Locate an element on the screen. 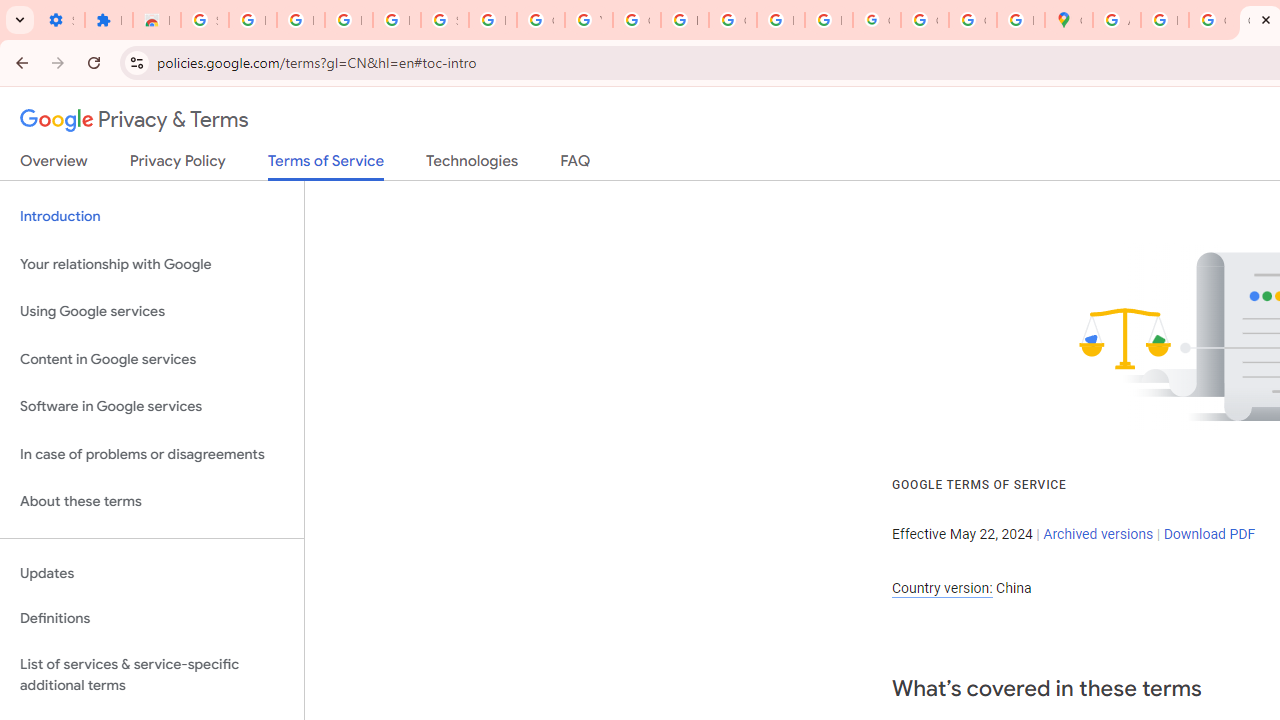 The height and width of the screenshot is (720, 1280). 'Privacy Policy' is located at coordinates (177, 164).